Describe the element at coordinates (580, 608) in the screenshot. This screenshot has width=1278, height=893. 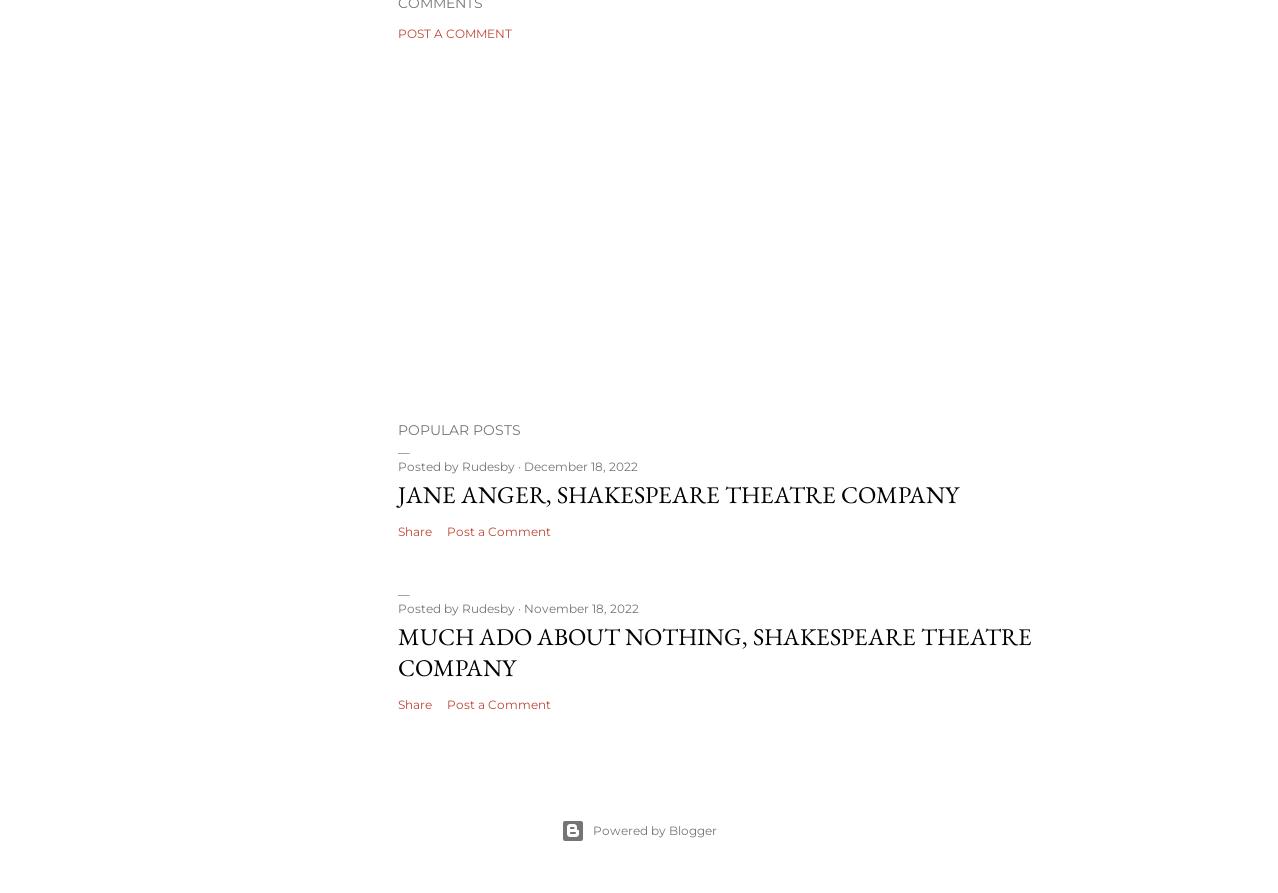
I see `'November 18, 2022'` at that location.